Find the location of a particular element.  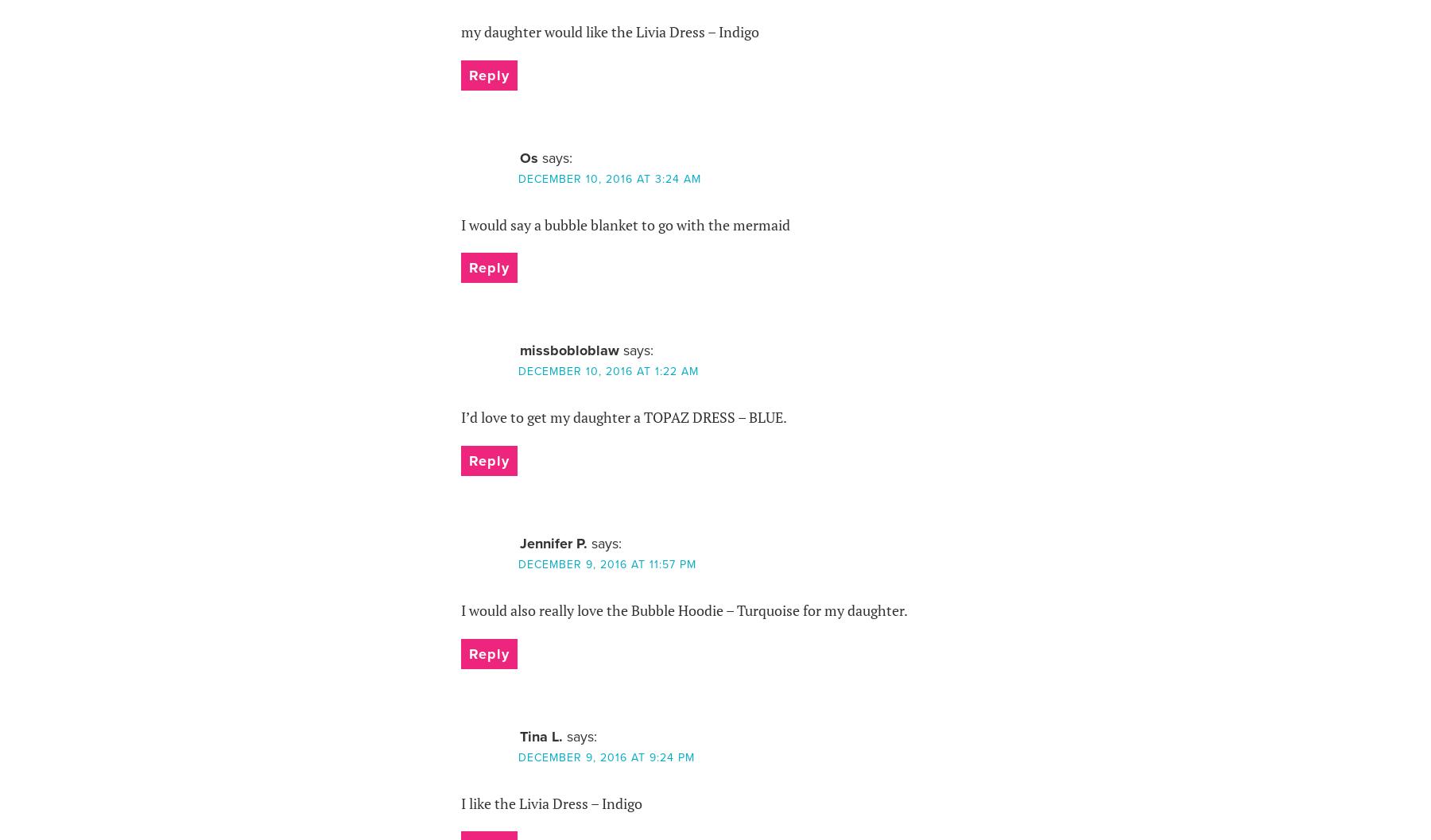

'Tina L.' is located at coordinates (540, 736).